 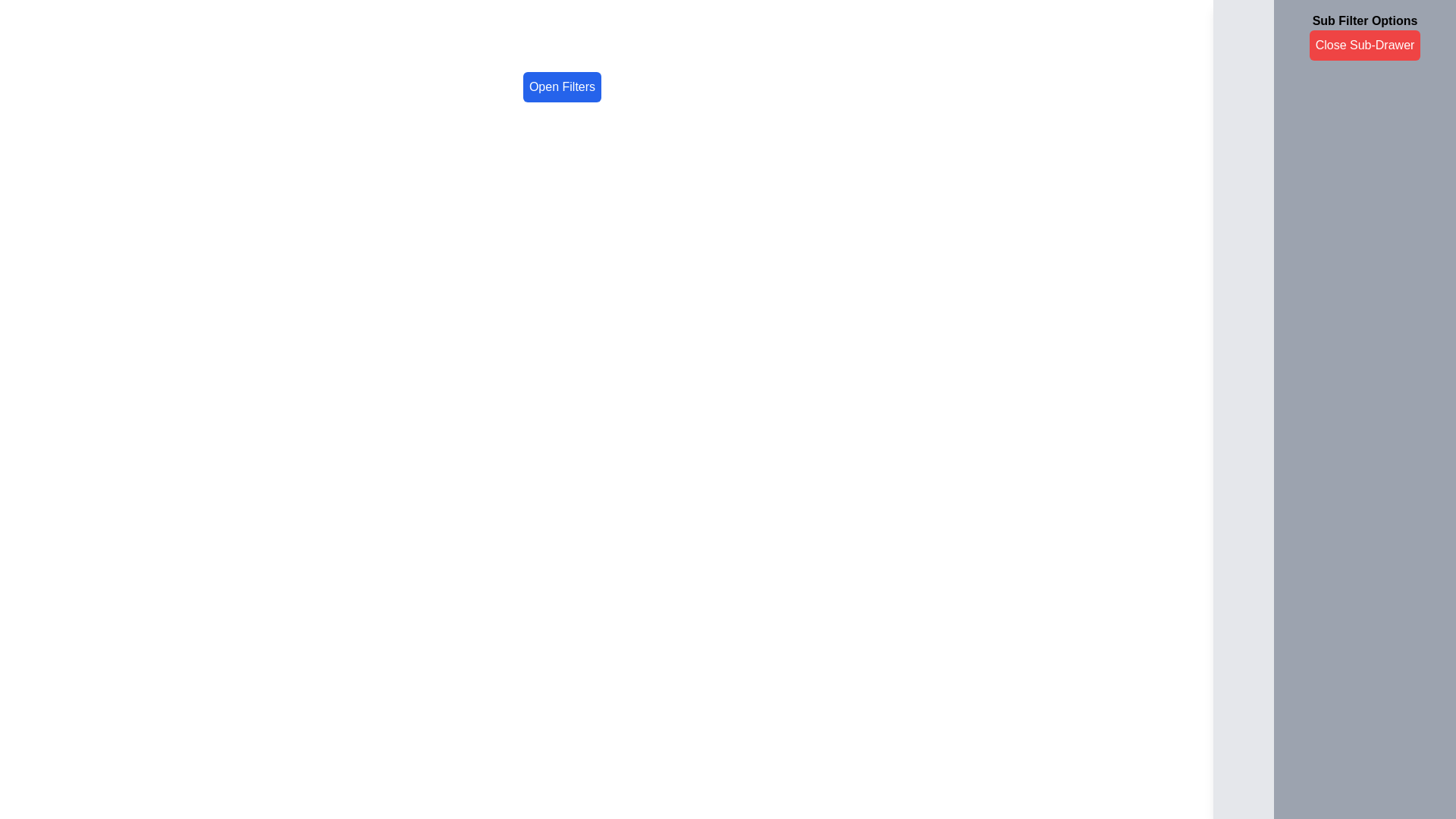 What do you see at coordinates (1335, 23) in the screenshot?
I see `the Text Label at the top of the sidebar panel, which indicates the section's purpose or content` at bounding box center [1335, 23].